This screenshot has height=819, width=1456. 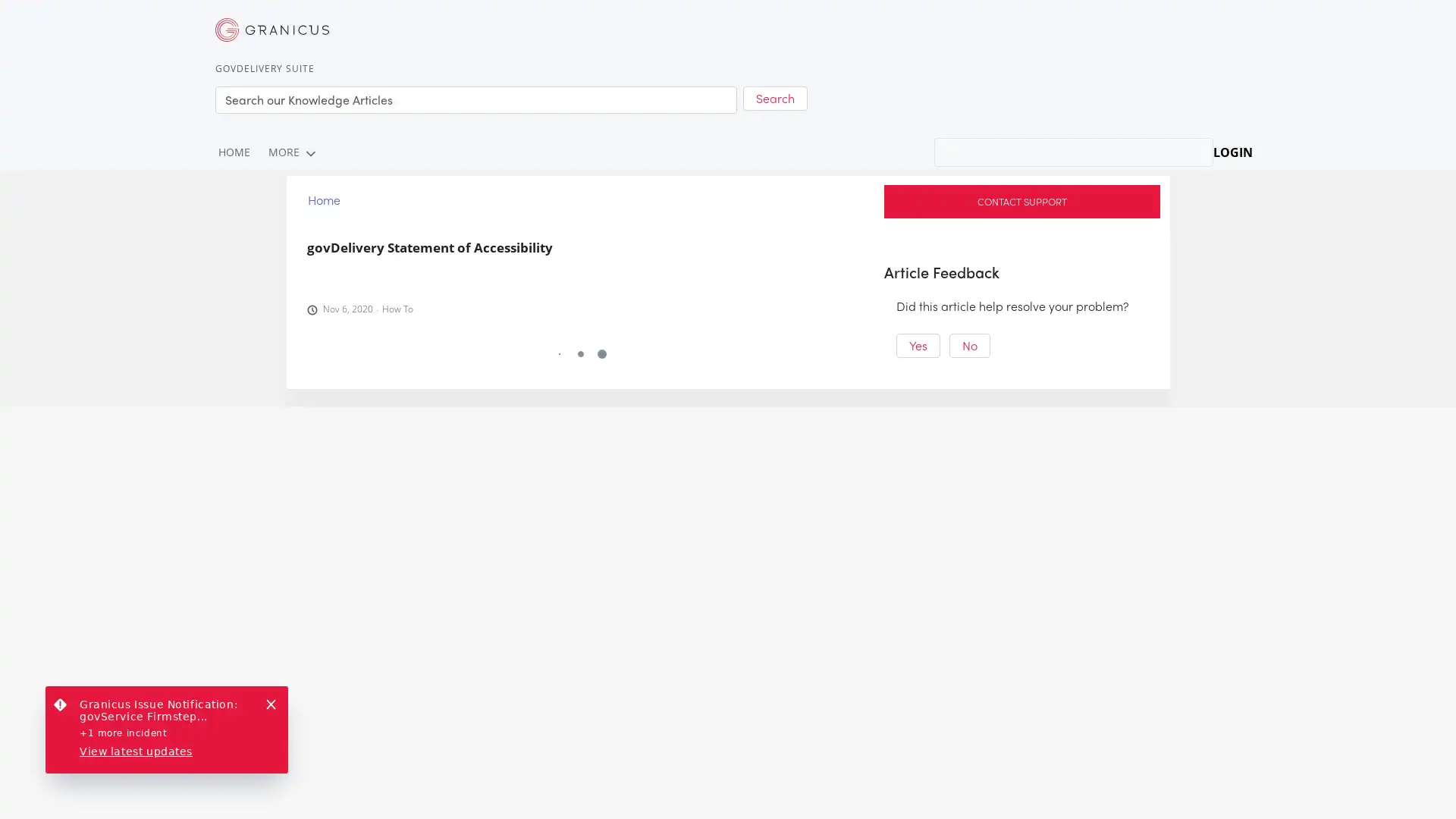 I want to click on No, so click(x=968, y=345).